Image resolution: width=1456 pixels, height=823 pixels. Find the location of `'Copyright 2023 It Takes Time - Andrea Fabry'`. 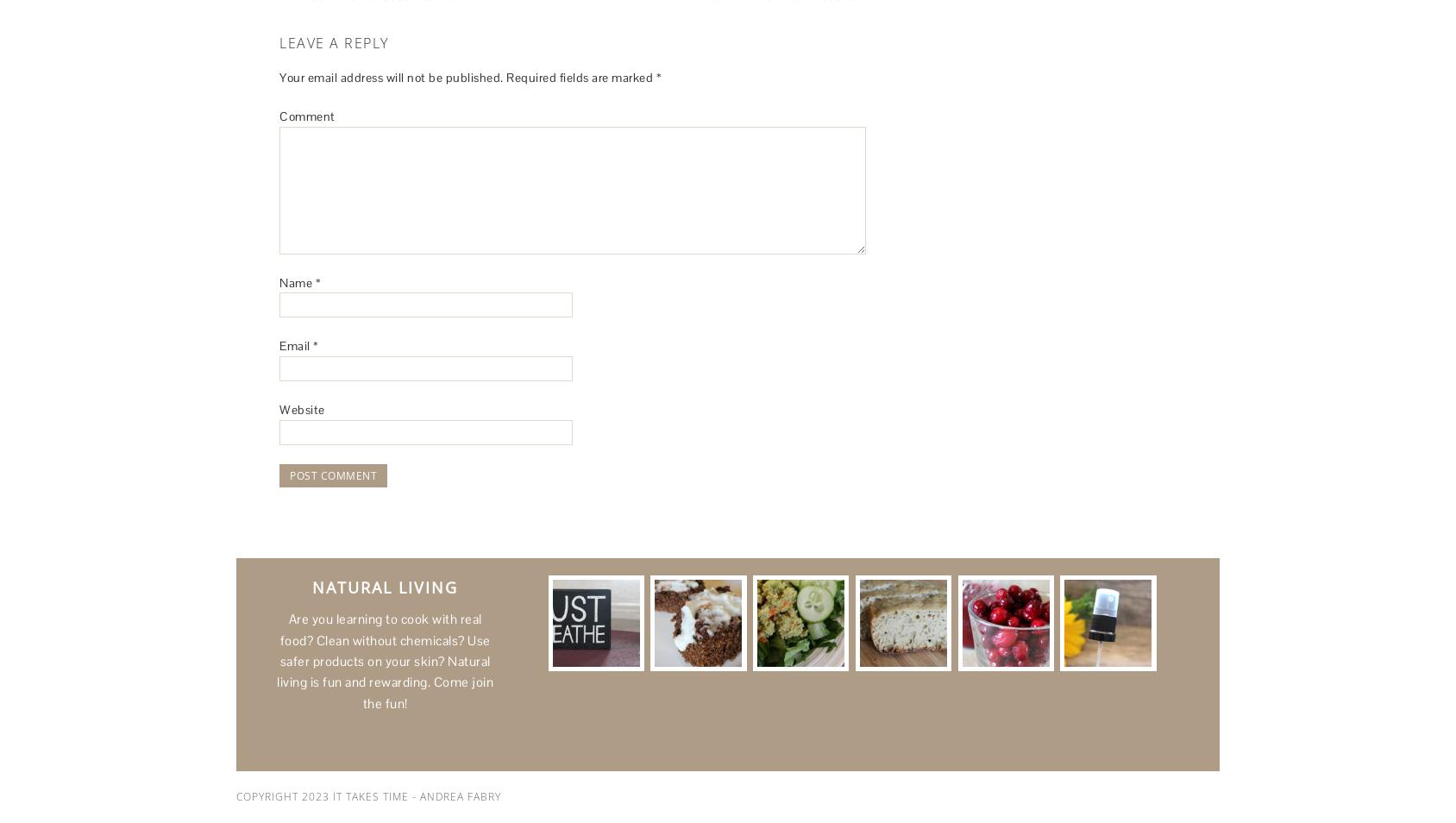

'Copyright 2023 It Takes Time - Andrea Fabry' is located at coordinates (367, 796).